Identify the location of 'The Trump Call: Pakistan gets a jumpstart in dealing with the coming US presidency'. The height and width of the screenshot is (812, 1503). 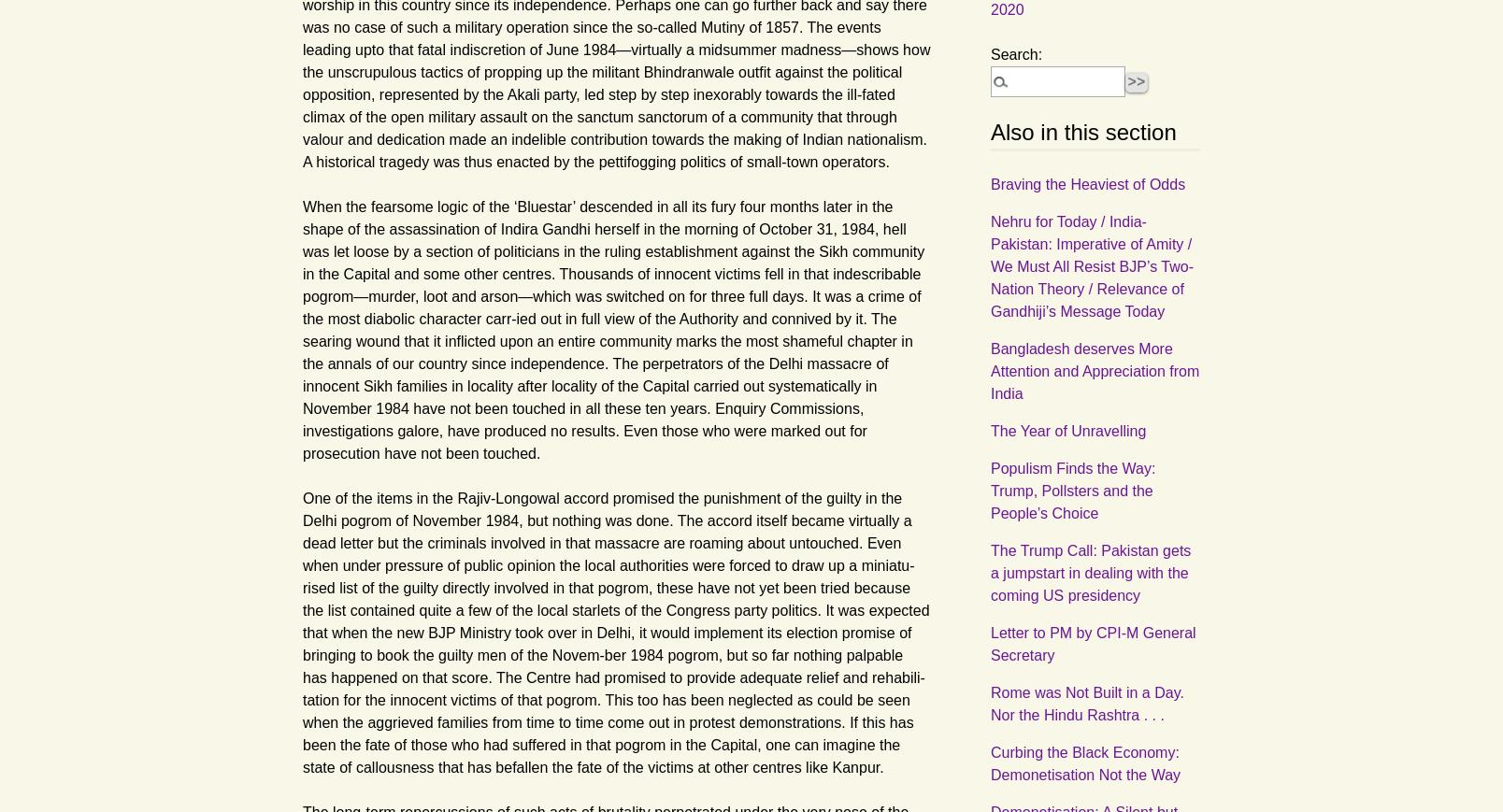
(990, 572).